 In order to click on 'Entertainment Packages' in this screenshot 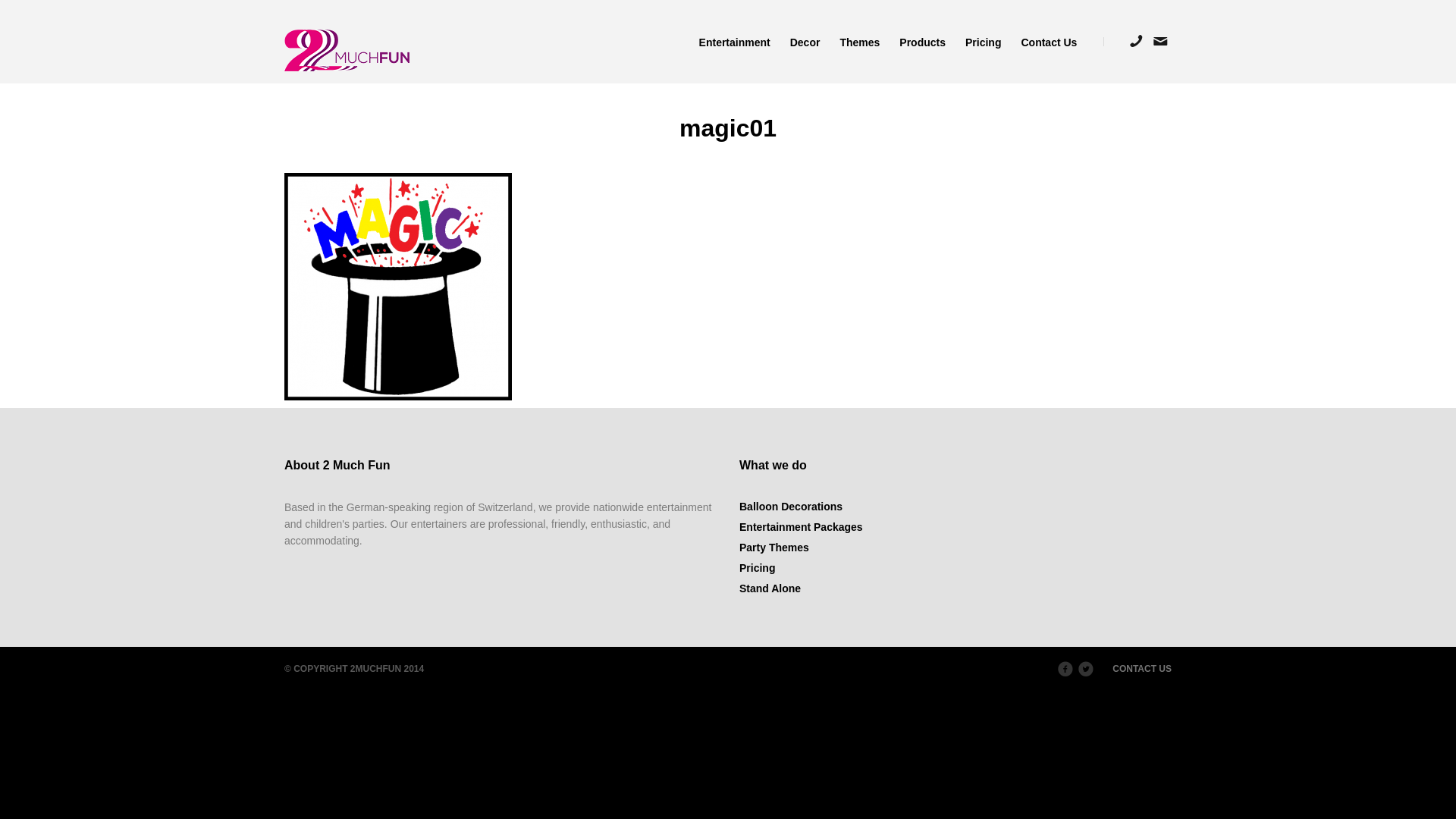, I will do `click(800, 526)`.